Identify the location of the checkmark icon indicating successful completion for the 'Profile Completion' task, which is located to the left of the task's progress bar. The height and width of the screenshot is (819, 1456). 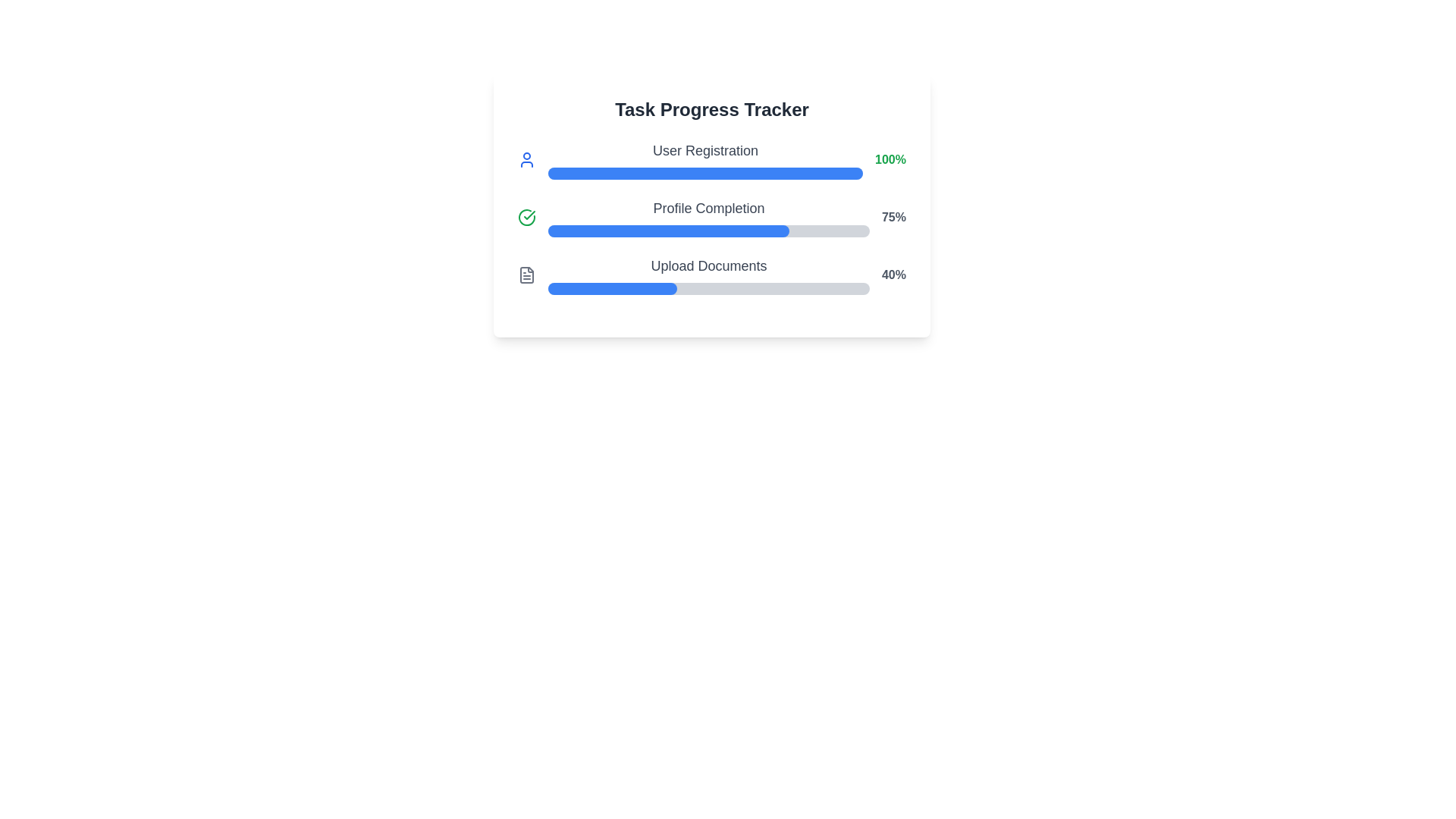
(529, 215).